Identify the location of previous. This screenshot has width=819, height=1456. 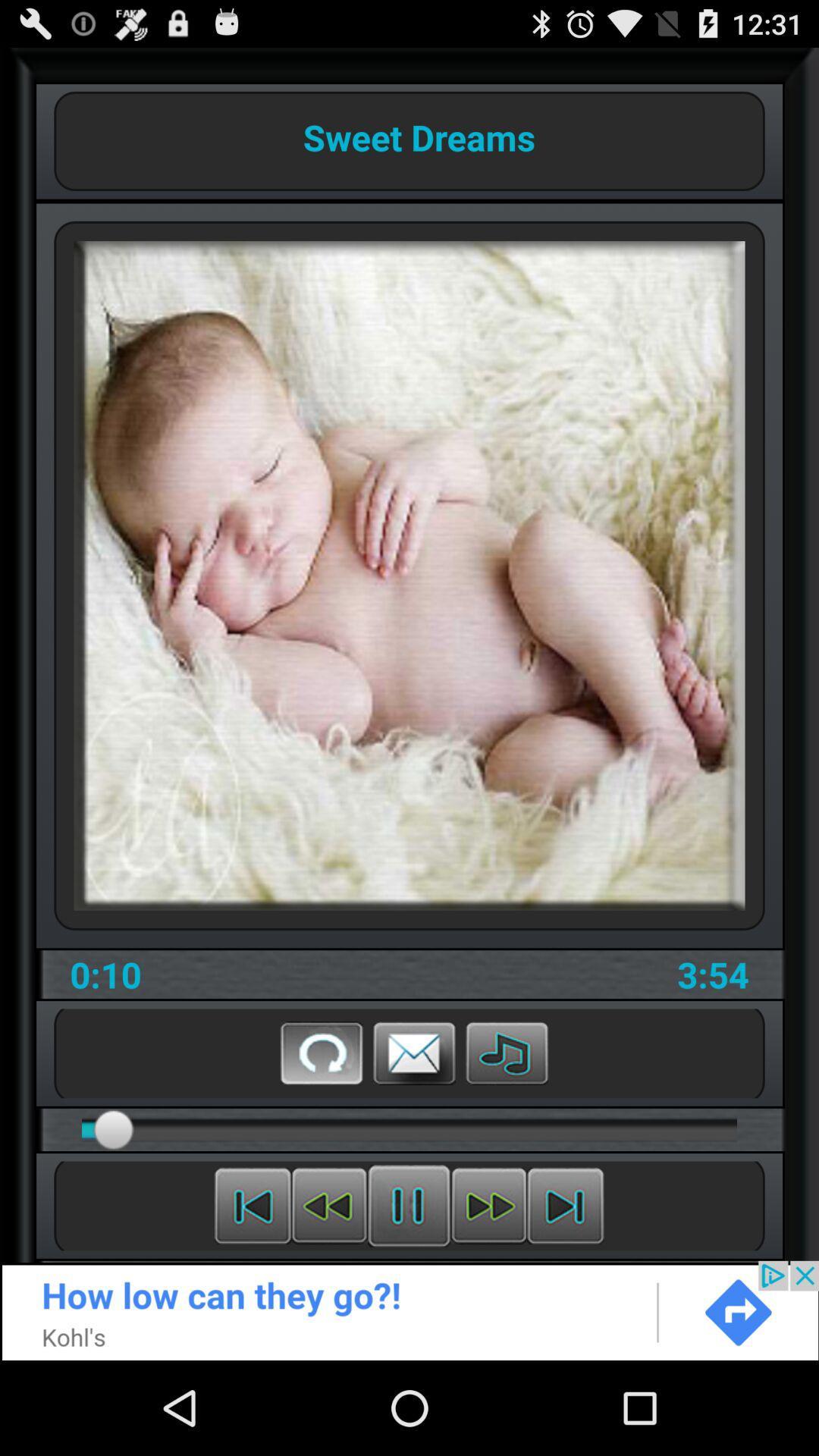
(328, 1205).